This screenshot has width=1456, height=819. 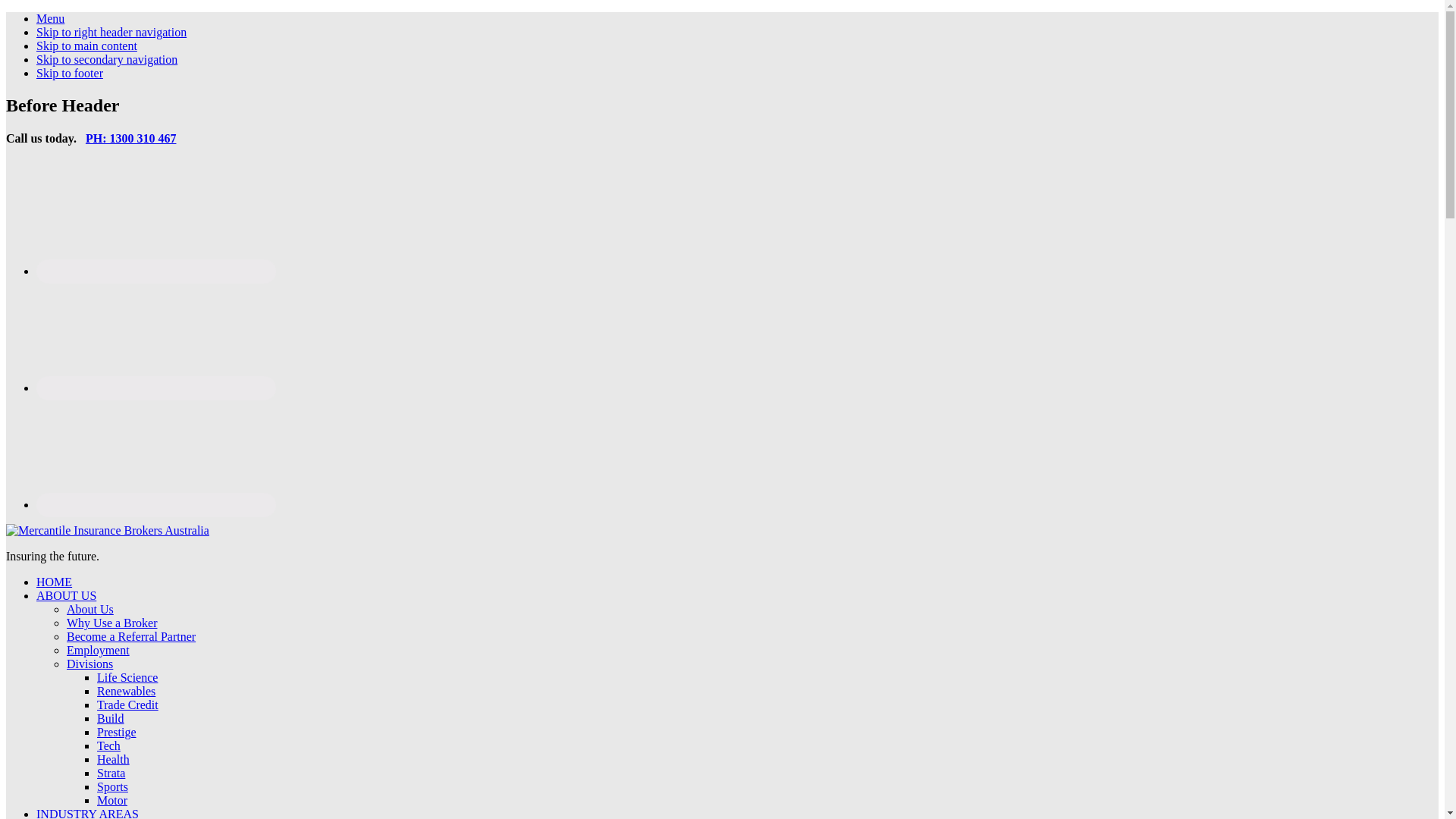 I want to click on 'PH: 1300 310 467', so click(x=130, y=138).